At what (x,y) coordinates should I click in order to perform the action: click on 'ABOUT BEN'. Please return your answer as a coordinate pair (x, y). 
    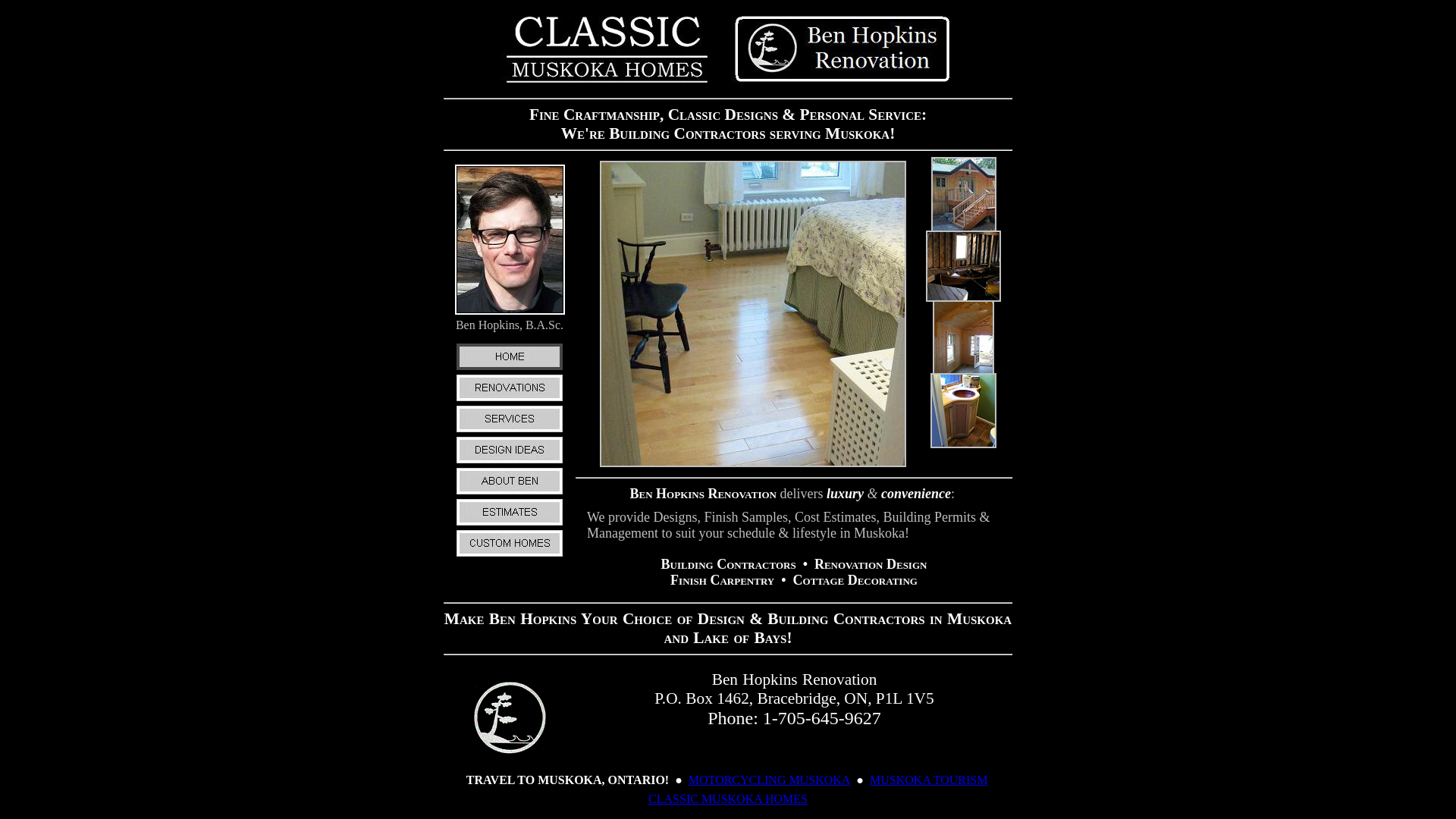
    Looking at the image, I should click on (510, 492).